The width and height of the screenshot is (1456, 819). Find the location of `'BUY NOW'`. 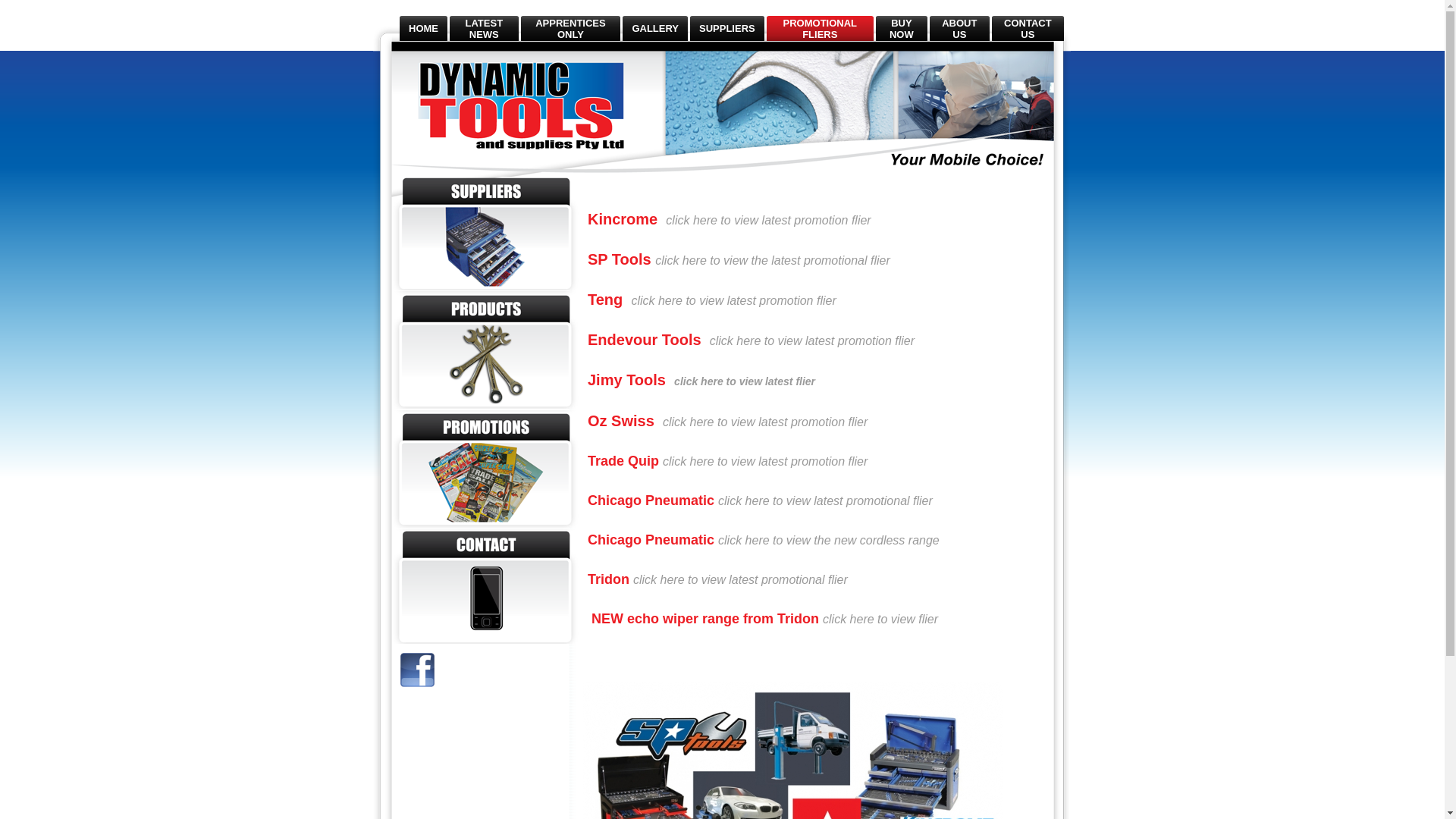

'BUY NOW' is located at coordinates (902, 28).